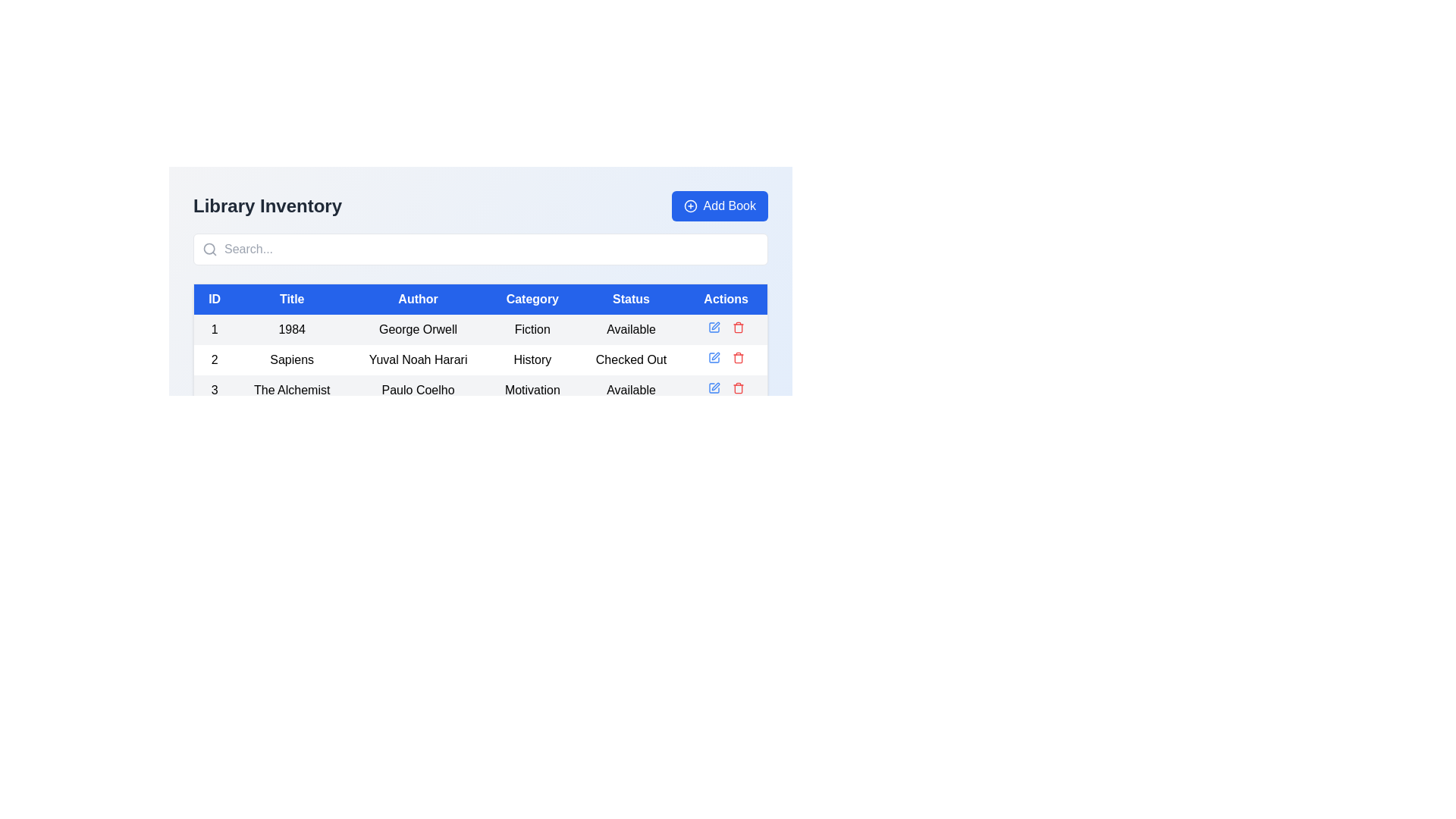  What do you see at coordinates (738, 357) in the screenshot?
I see `the delete icon located in the 'Actions' column of the second row in the content table to initiate the delete action` at bounding box center [738, 357].